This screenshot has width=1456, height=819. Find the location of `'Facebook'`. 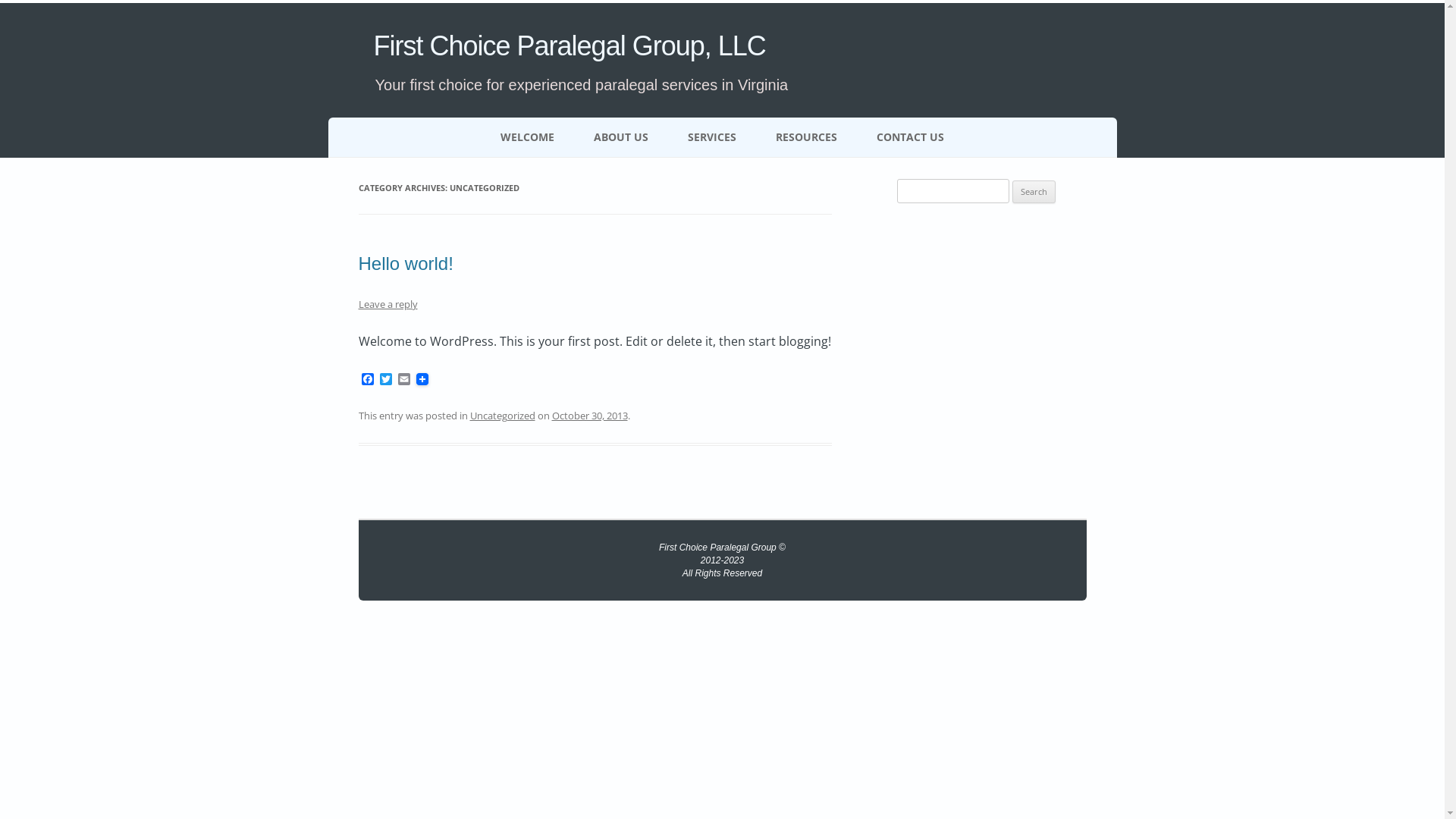

'Facebook' is located at coordinates (367, 379).